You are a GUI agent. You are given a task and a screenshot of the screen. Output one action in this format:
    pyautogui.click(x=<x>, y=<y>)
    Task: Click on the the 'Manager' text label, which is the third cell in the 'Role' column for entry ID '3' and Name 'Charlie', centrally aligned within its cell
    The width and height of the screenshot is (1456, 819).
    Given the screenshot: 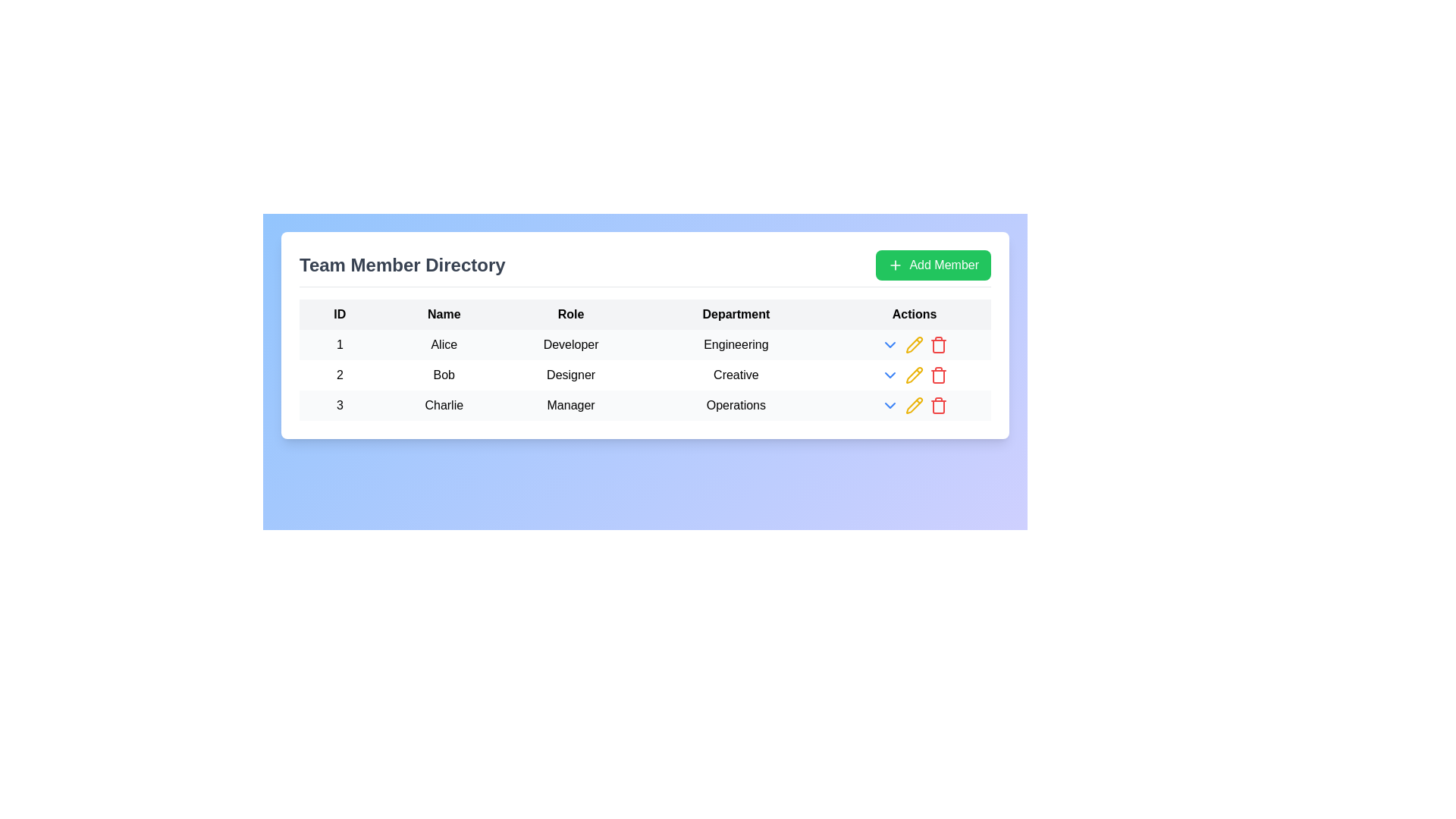 What is the action you would take?
    pyautogui.click(x=570, y=405)
    